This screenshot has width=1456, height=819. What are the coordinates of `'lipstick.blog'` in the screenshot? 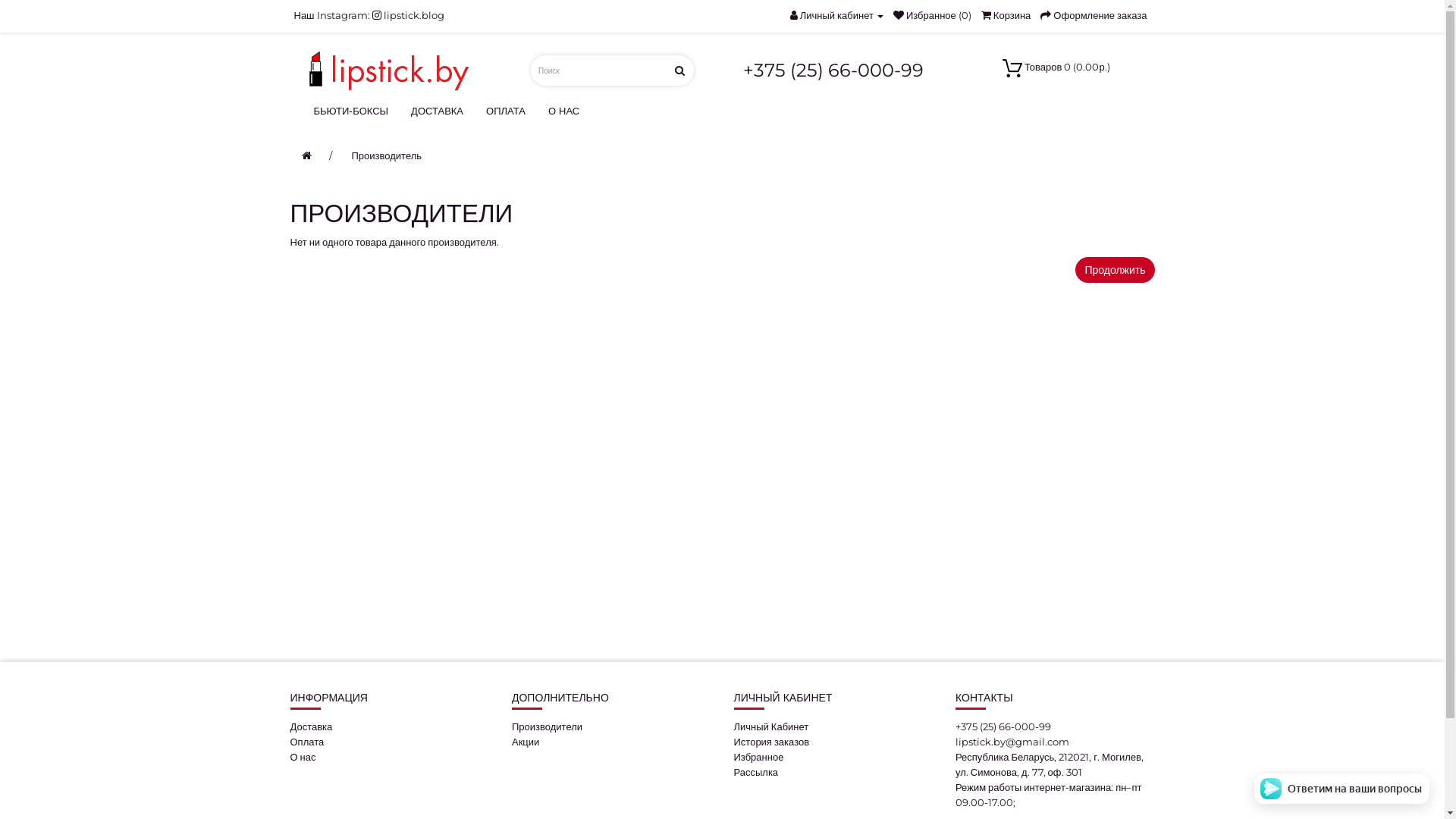 It's located at (408, 14).